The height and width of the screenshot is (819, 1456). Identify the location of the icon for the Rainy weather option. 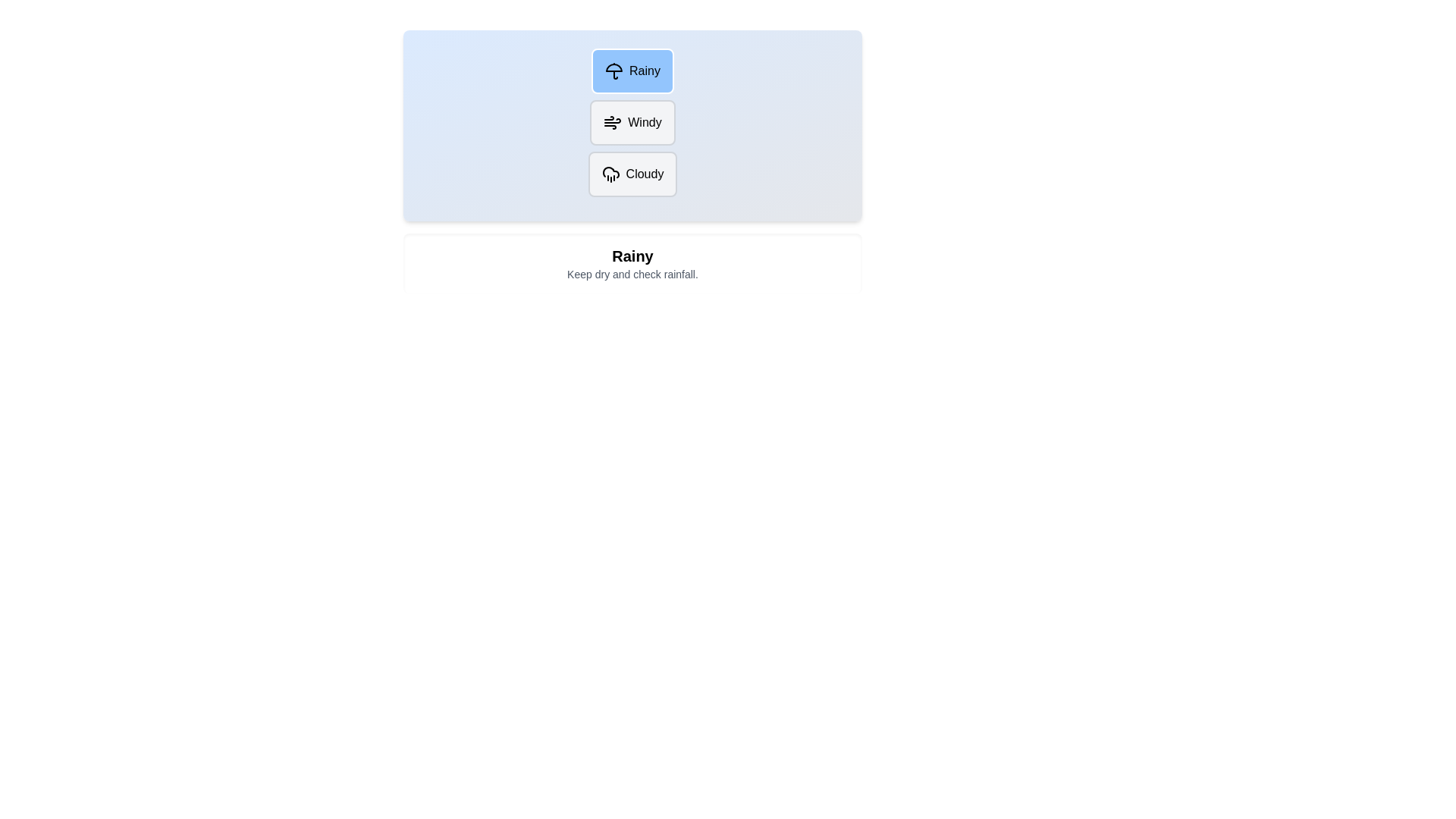
(614, 71).